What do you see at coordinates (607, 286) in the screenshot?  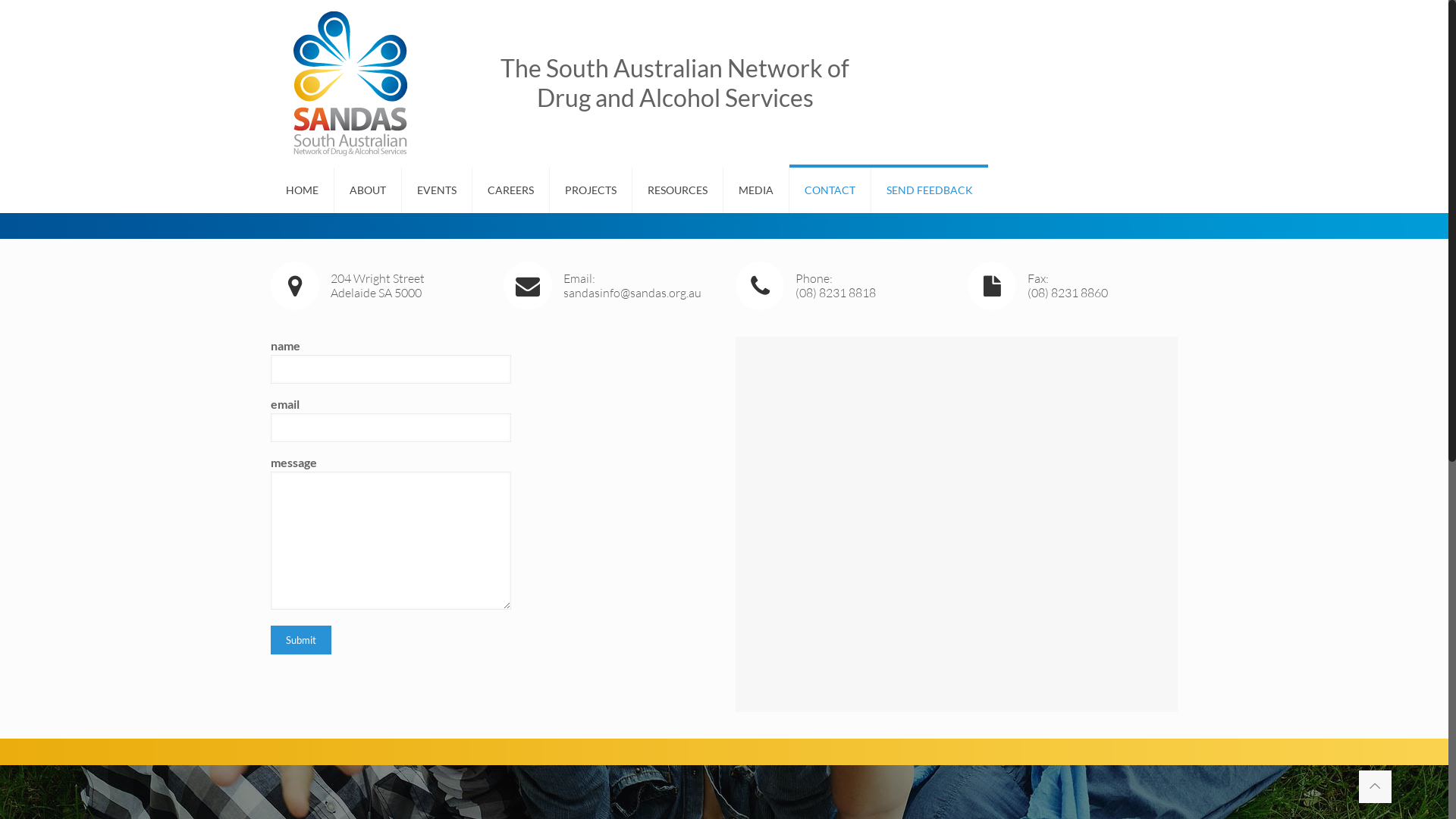 I see `'Email:` at bounding box center [607, 286].